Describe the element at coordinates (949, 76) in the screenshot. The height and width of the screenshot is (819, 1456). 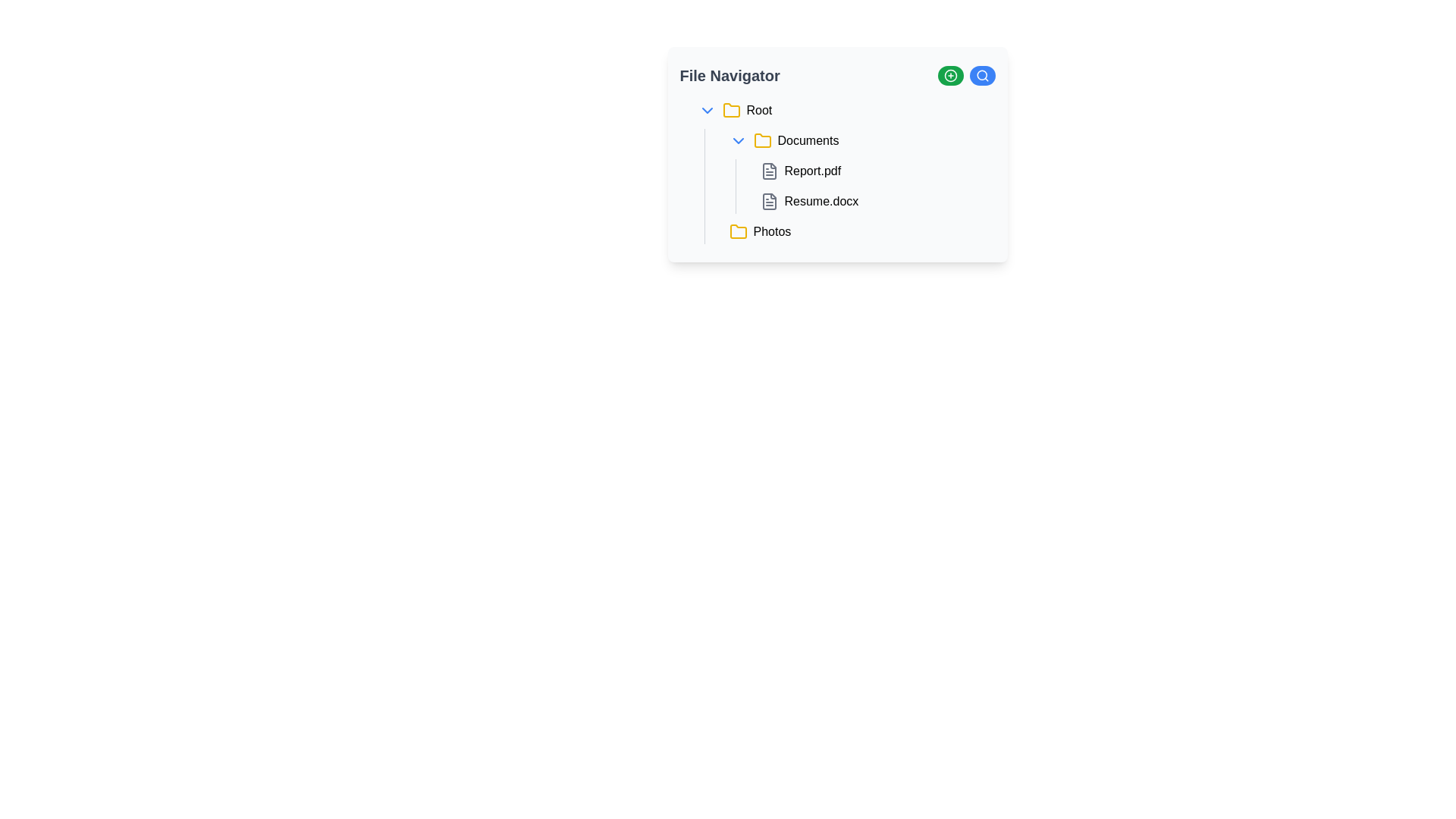
I see `the button located at the top-right corner of the 'File Navigator' interface` at that location.